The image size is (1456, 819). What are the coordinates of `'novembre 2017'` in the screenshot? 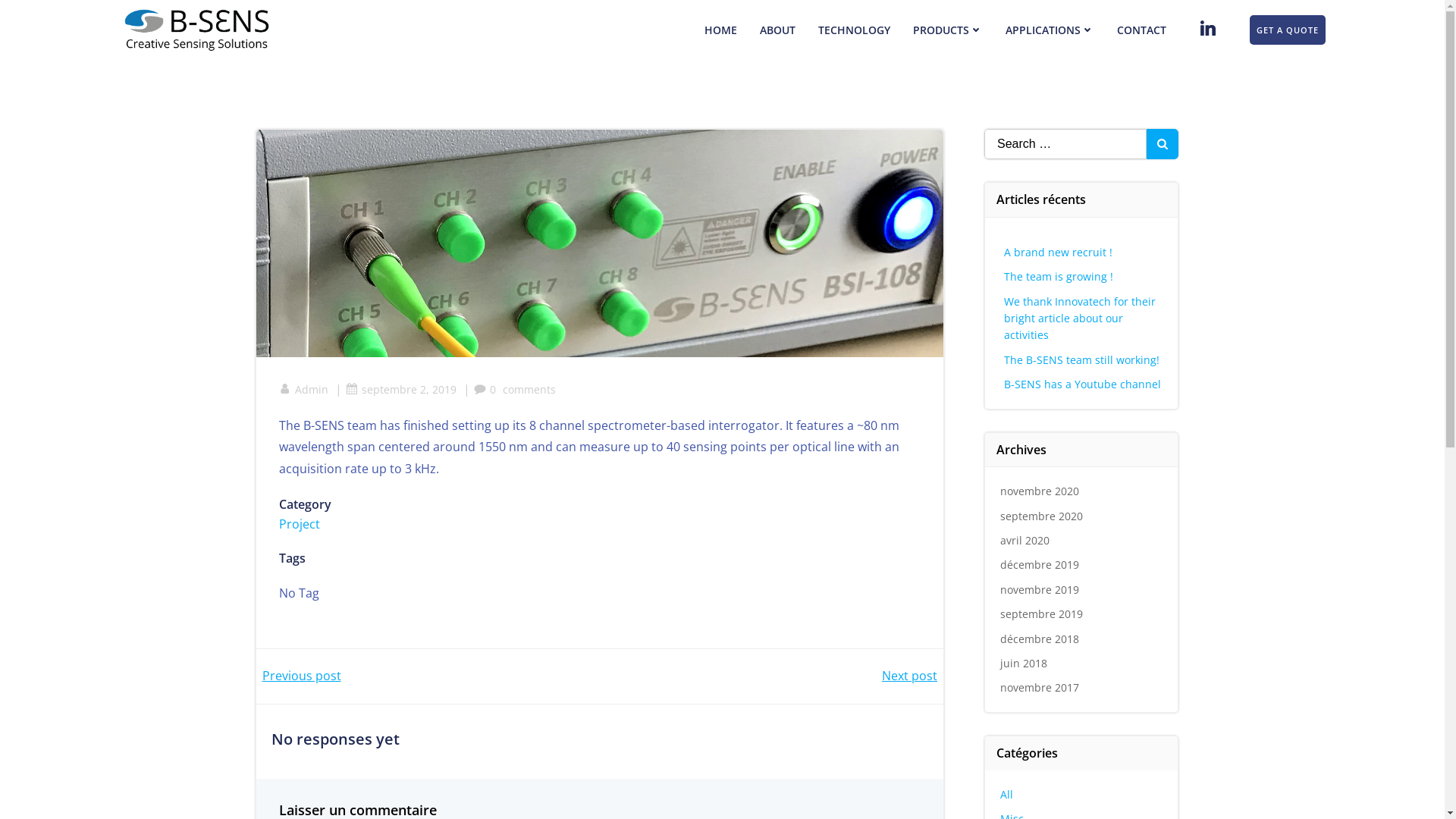 It's located at (1039, 687).